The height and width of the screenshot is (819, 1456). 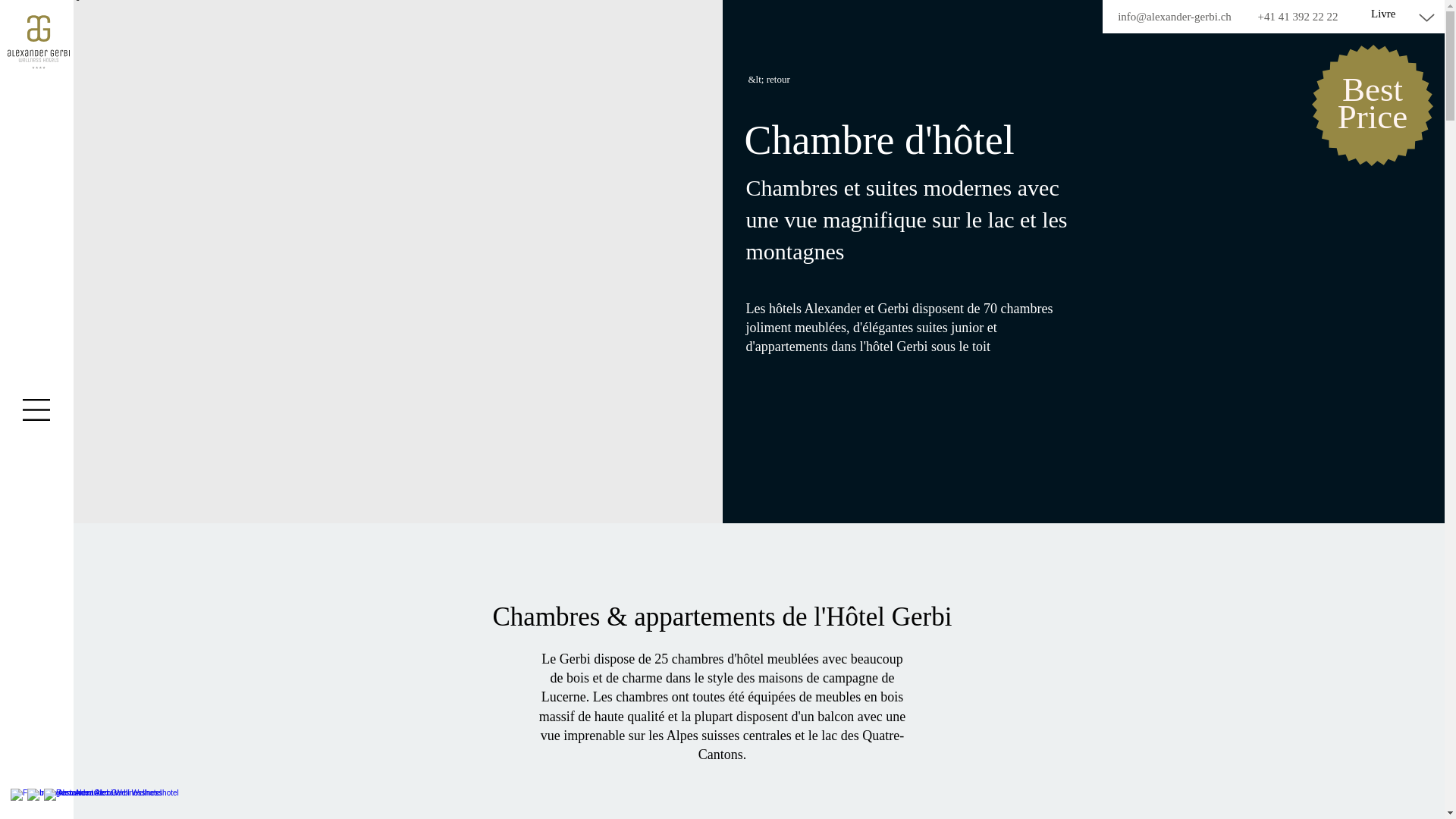 What do you see at coordinates (1174, 17) in the screenshot?
I see `'info@alexander-gerbi.ch'` at bounding box center [1174, 17].